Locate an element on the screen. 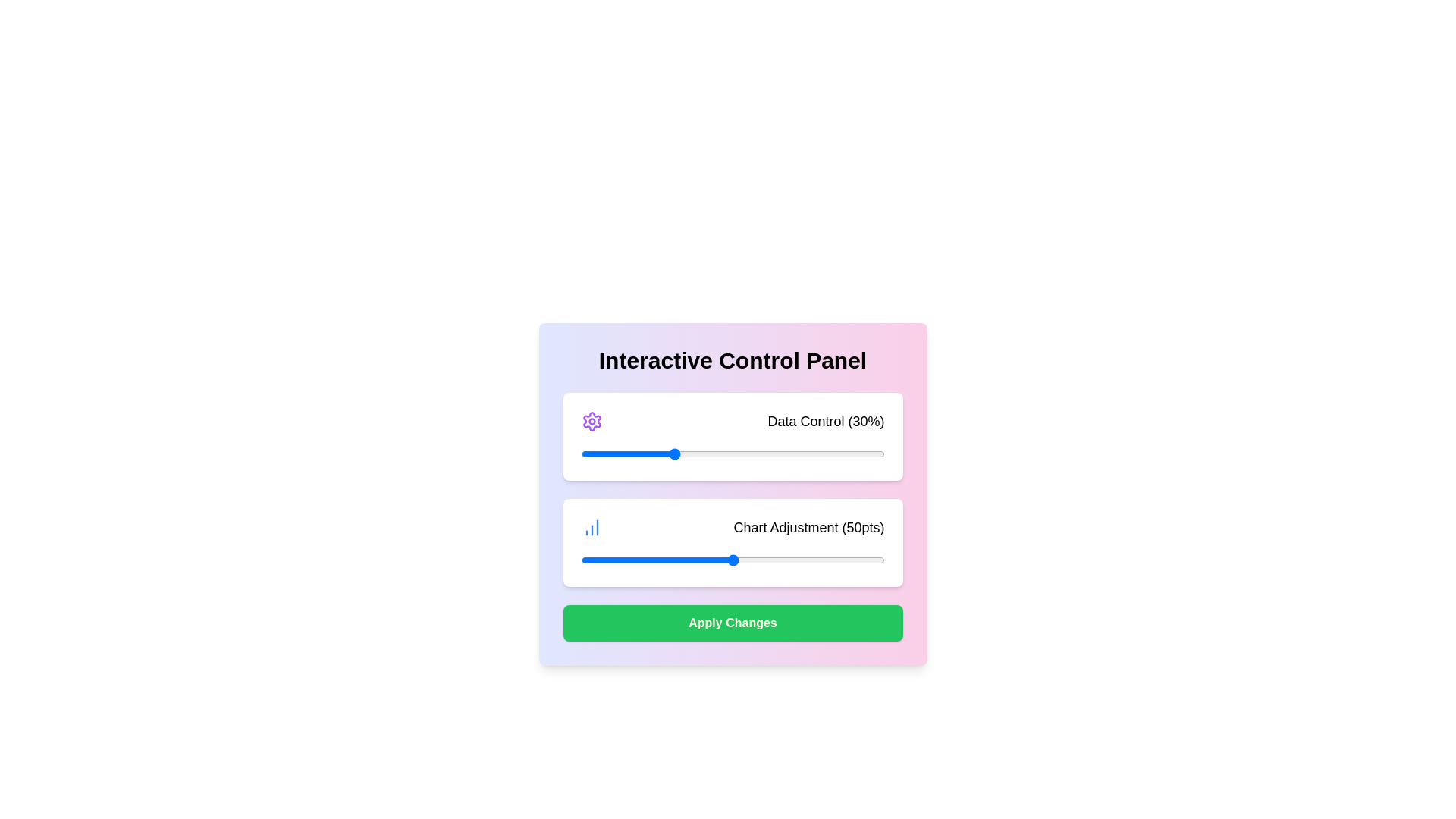  the 'Chart Adjustment' slider to a value of 48 points is located at coordinates (726, 560).